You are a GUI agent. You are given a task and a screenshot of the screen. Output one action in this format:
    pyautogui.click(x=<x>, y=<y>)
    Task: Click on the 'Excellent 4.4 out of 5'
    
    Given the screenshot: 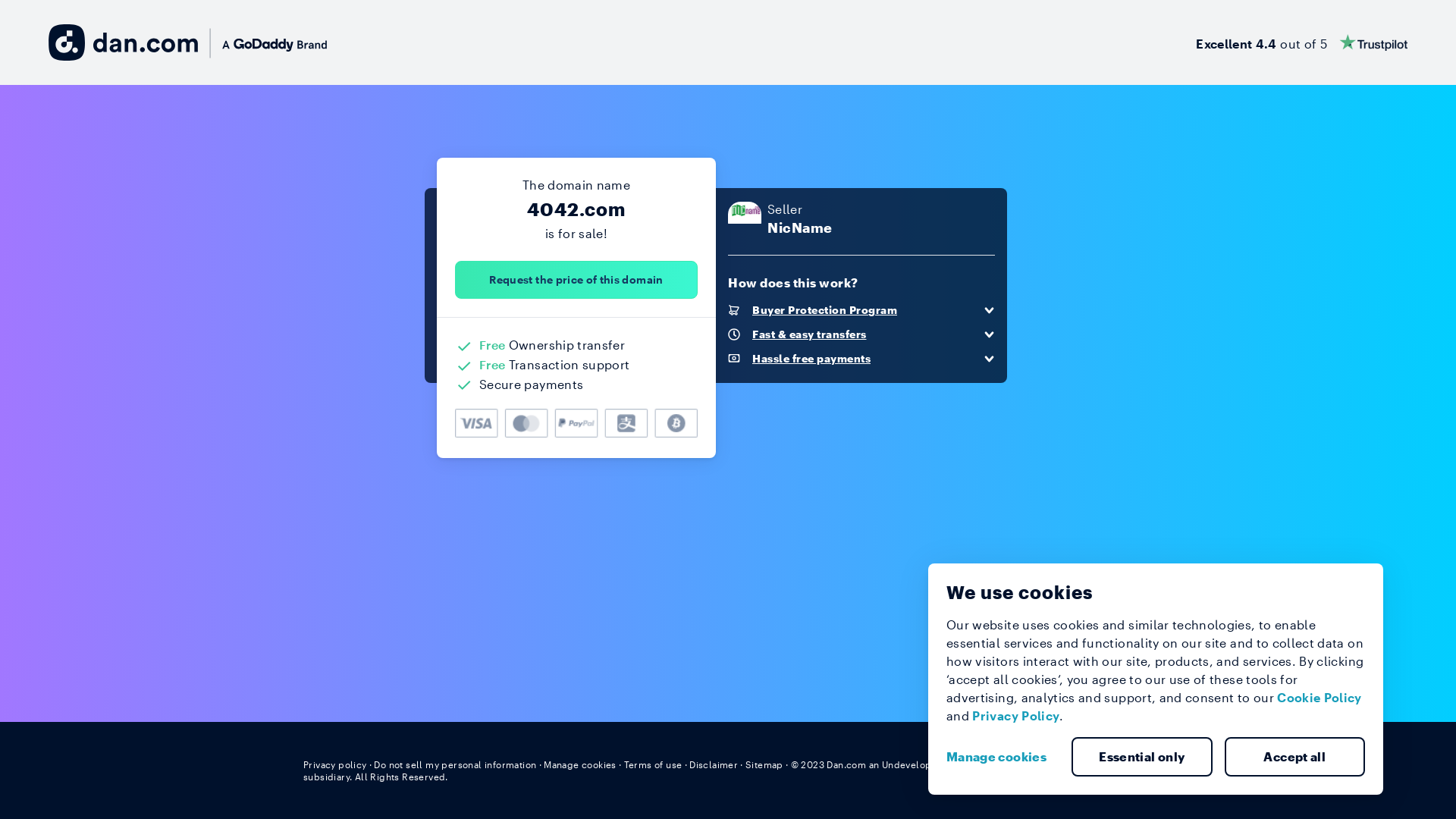 What is the action you would take?
    pyautogui.click(x=1301, y=42)
    